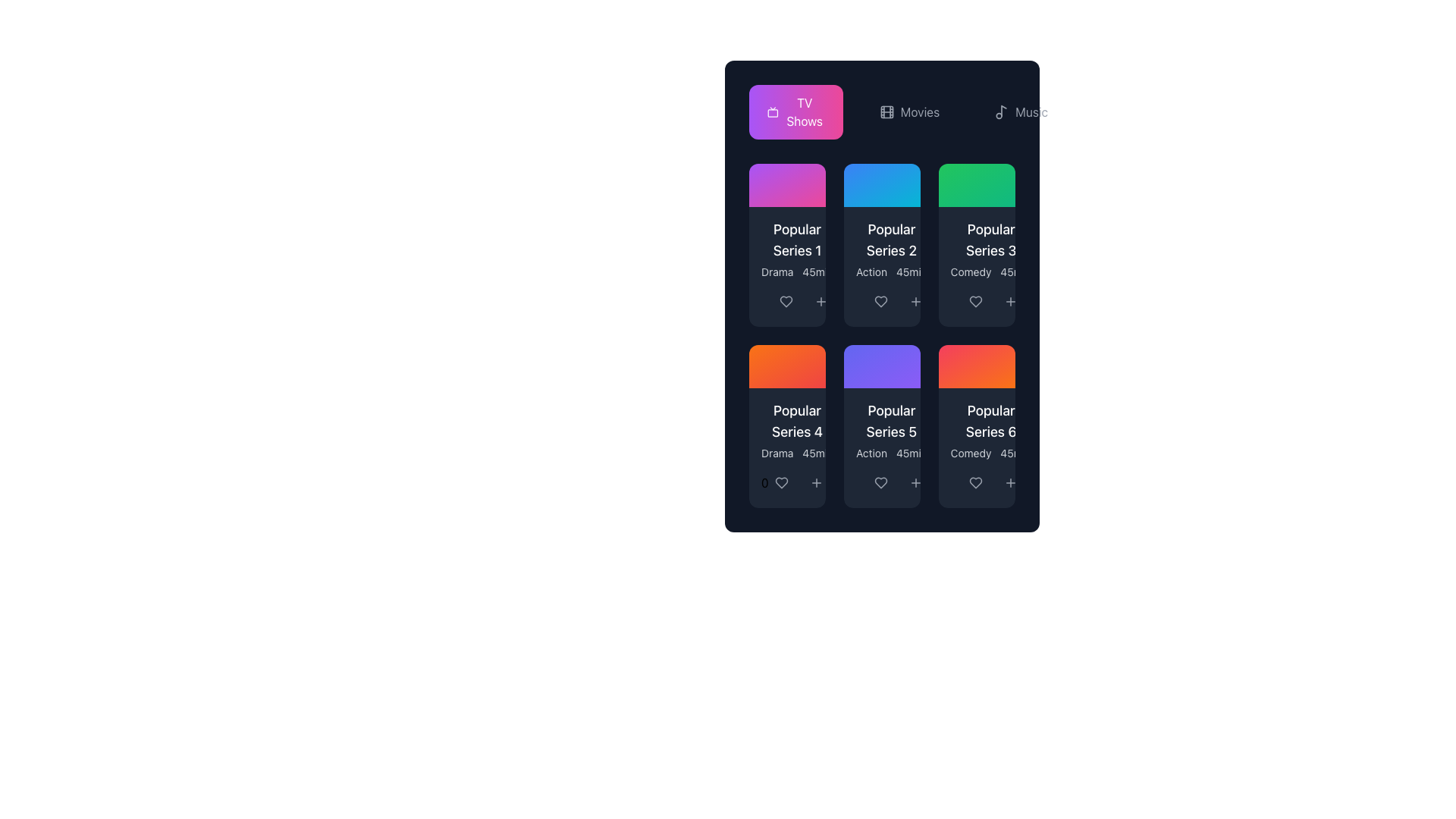 This screenshot has height=819, width=1456. What do you see at coordinates (991, 421) in the screenshot?
I see `the title label for the card that identifies 'Popular Series 6', located in the bottom right card of the grid` at bounding box center [991, 421].